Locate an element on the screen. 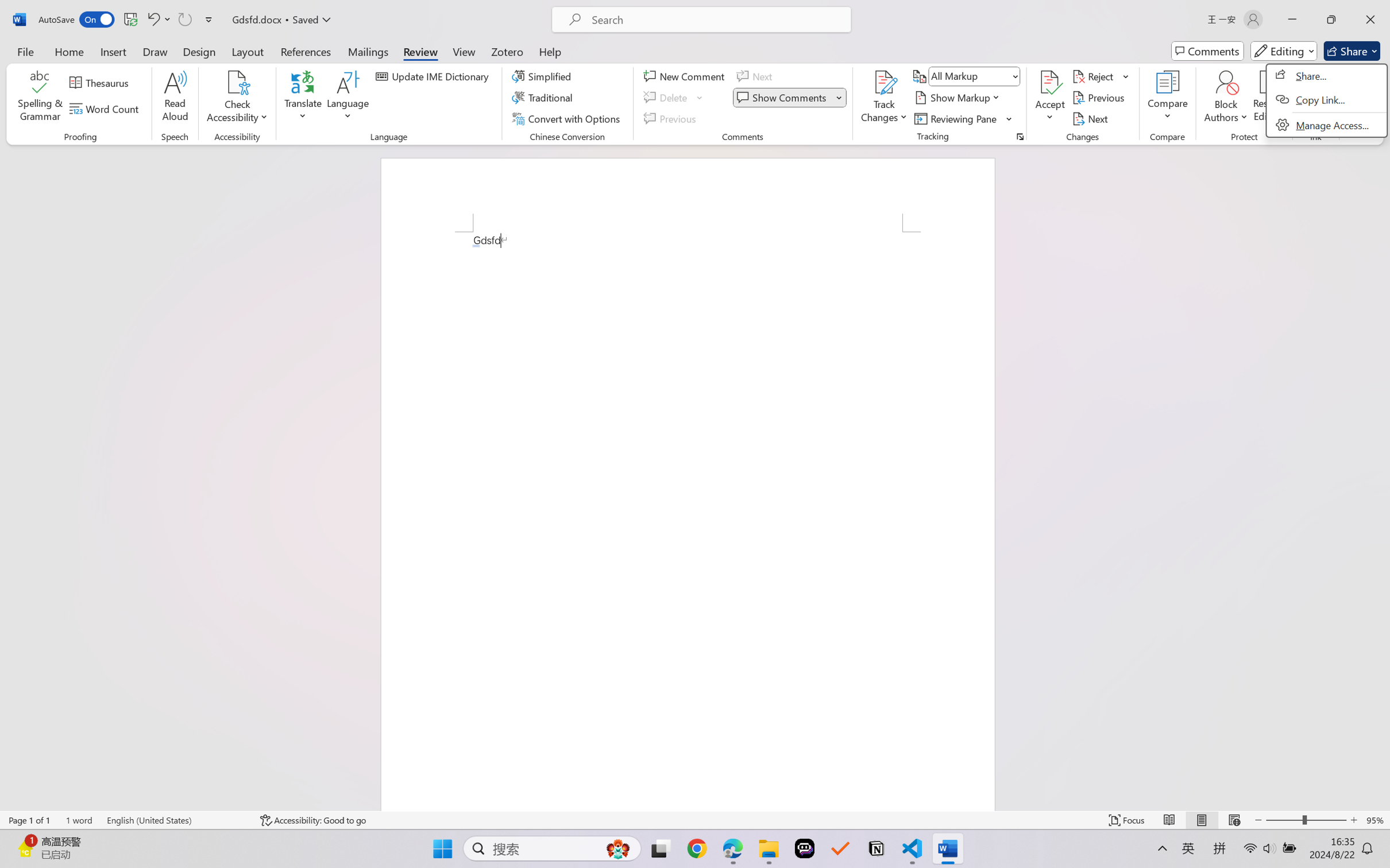 This screenshot has width=1390, height=868. 'New Comment' is located at coordinates (685, 75).